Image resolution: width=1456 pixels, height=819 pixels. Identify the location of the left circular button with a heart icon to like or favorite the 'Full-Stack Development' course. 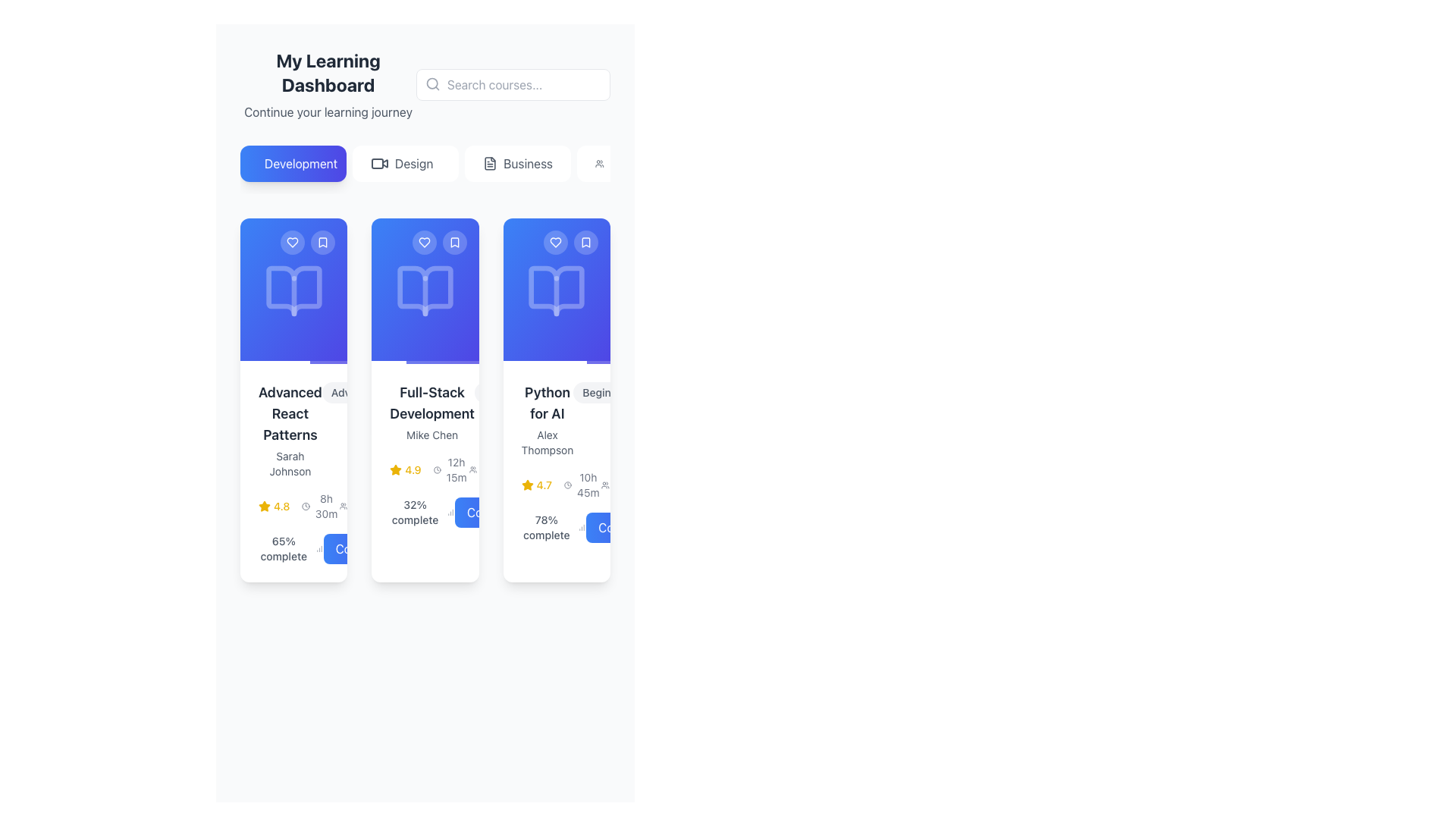
(438, 242).